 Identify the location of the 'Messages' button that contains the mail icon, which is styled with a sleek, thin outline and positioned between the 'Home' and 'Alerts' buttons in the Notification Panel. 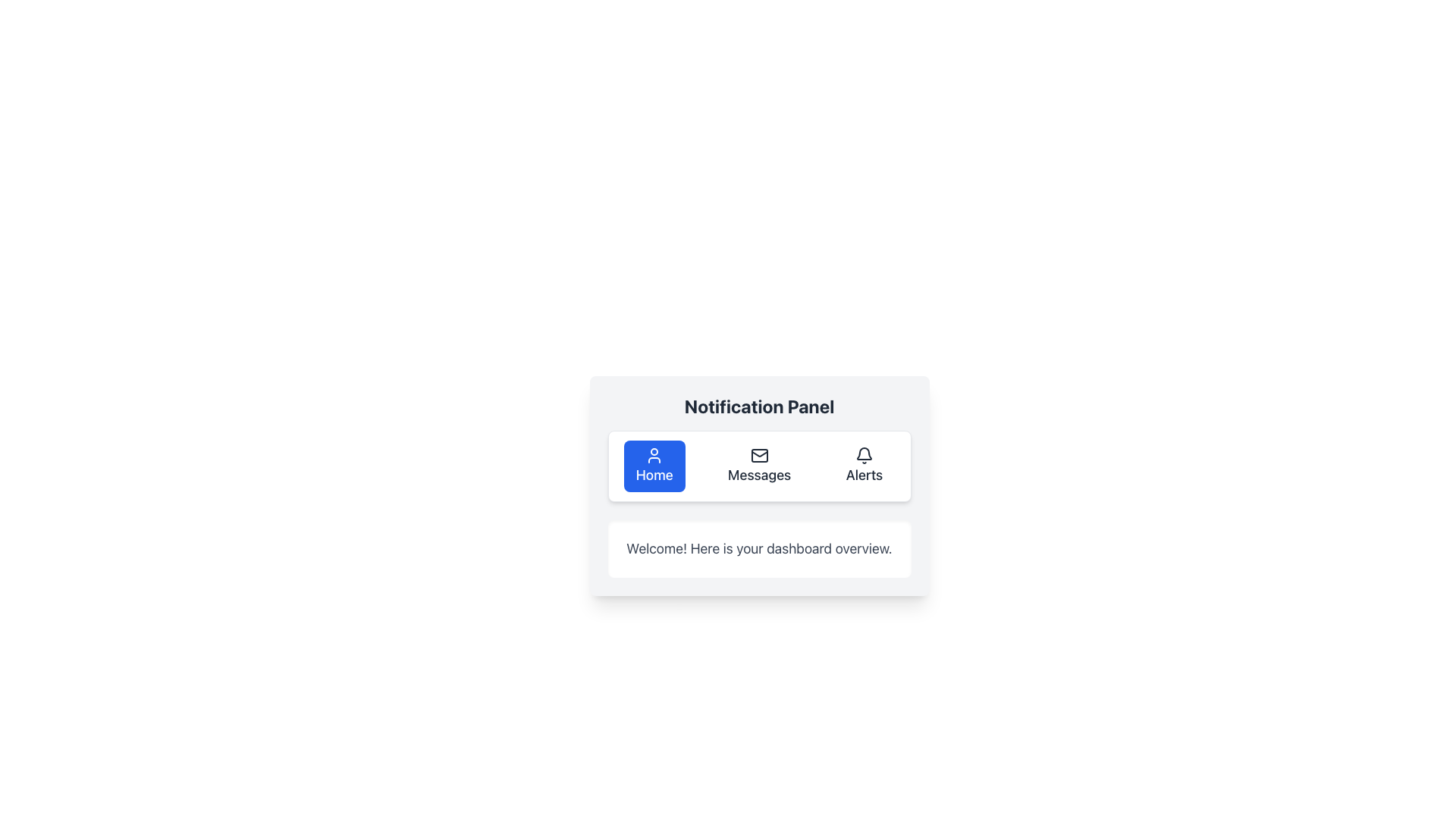
(759, 455).